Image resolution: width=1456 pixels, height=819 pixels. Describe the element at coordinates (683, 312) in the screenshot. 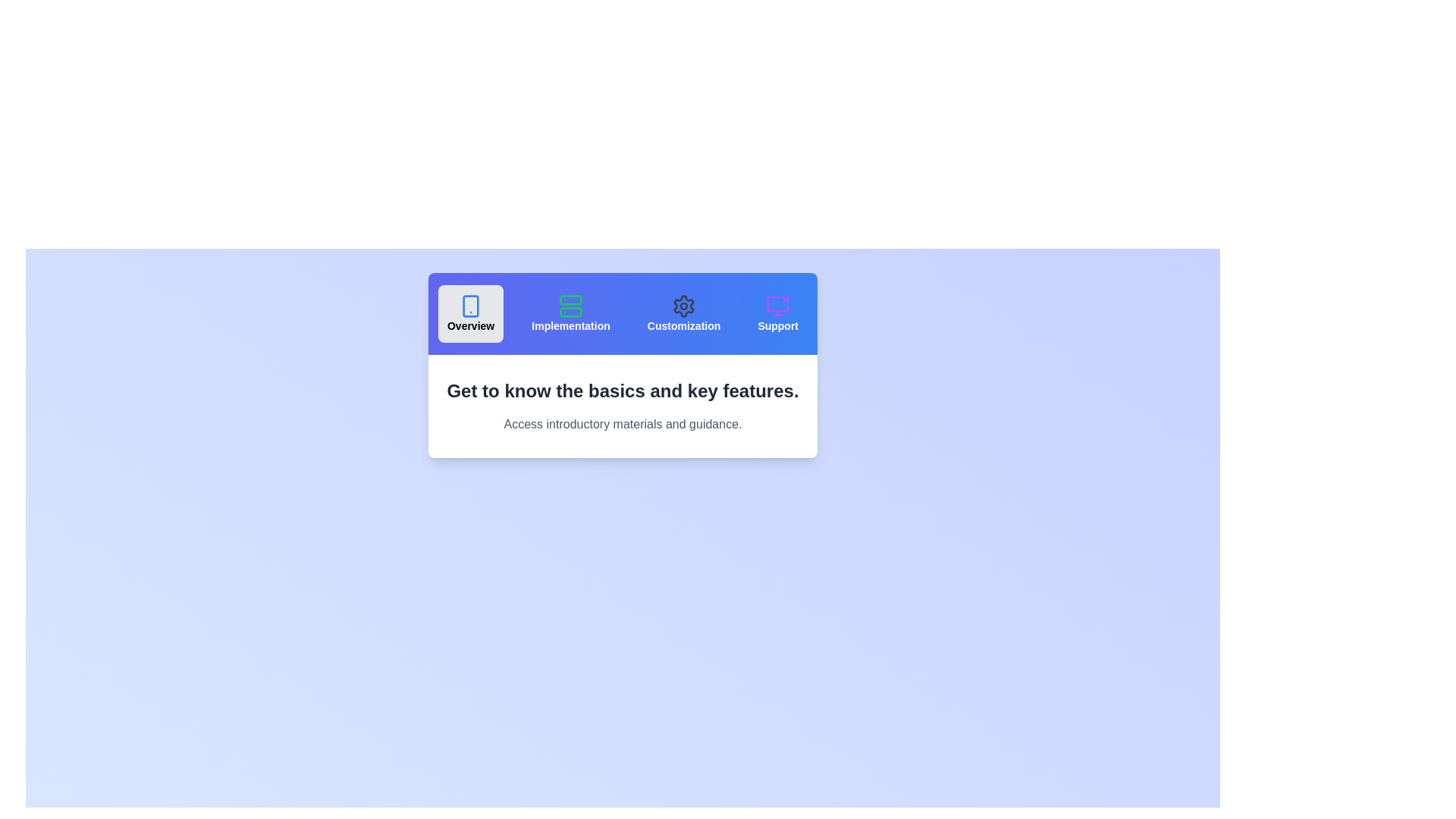

I see `the tab labeled Customization to view its details` at that location.